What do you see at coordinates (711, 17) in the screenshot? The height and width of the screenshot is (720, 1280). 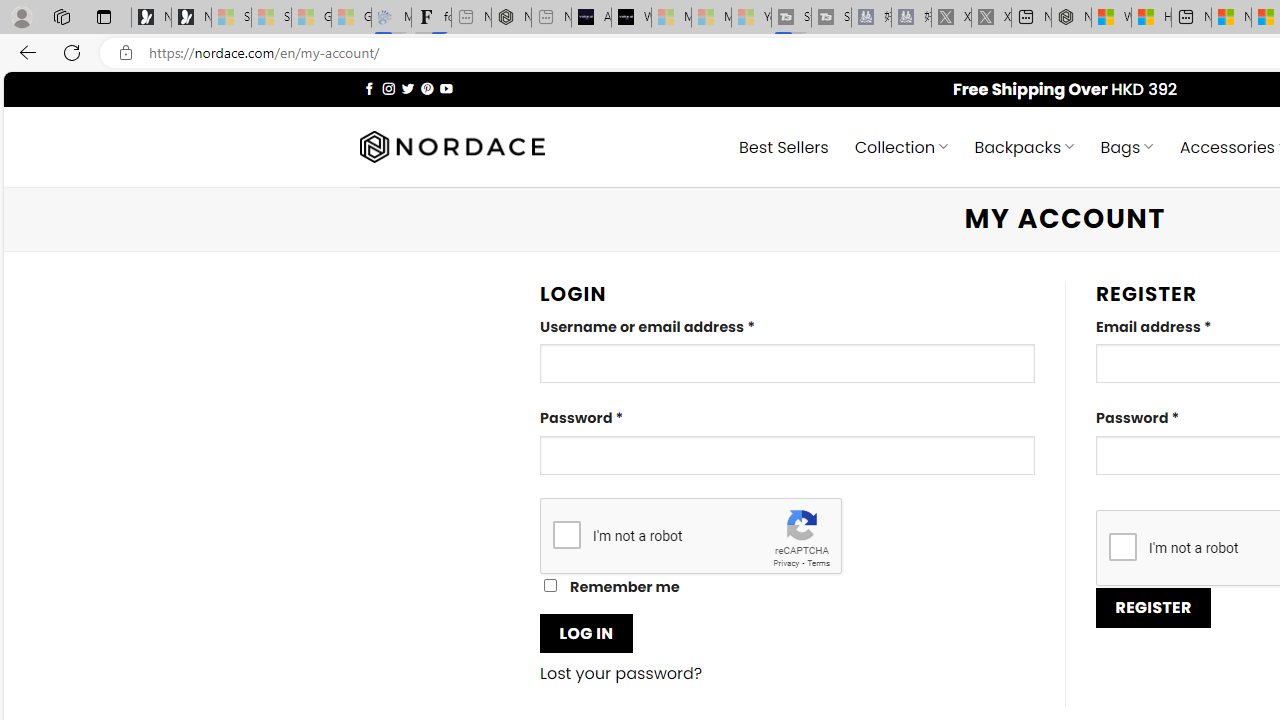 I see `'Microsoft Start - Sleeping'` at bounding box center [711, 17].